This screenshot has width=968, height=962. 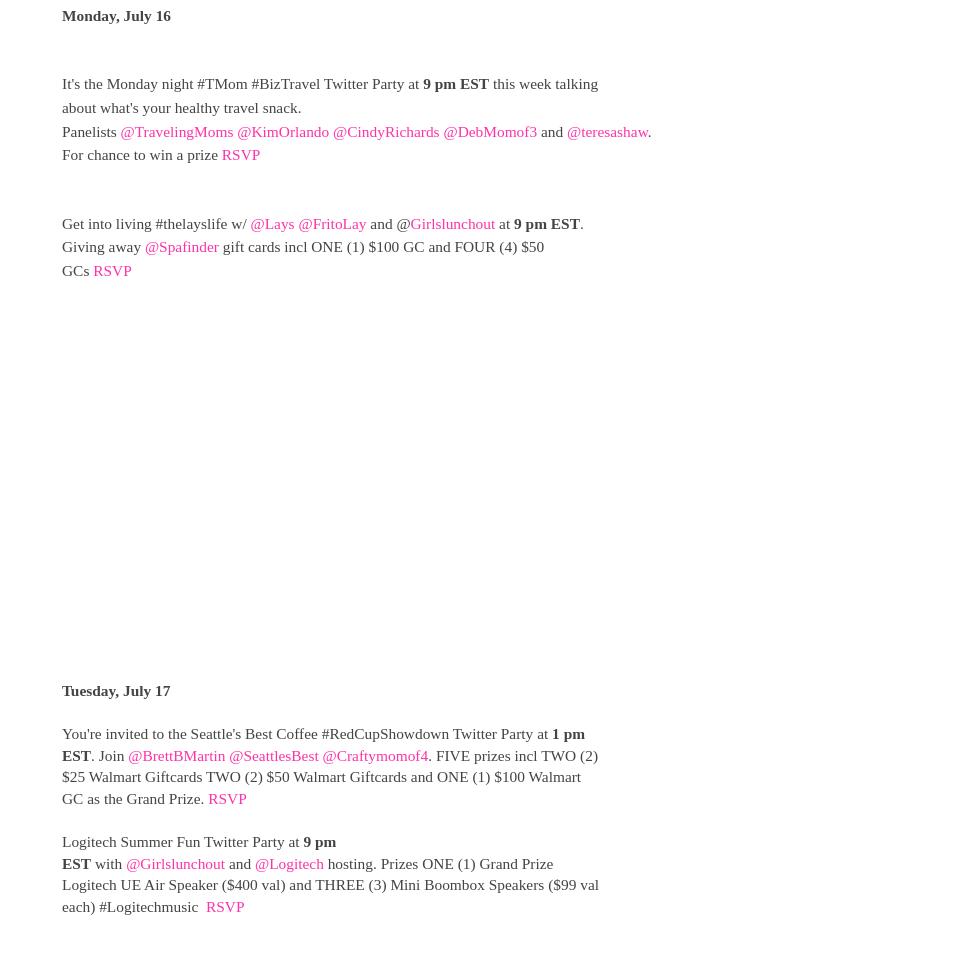 I want to click on 'Get into living #thelayslife w/', so click(x=155, y=221).